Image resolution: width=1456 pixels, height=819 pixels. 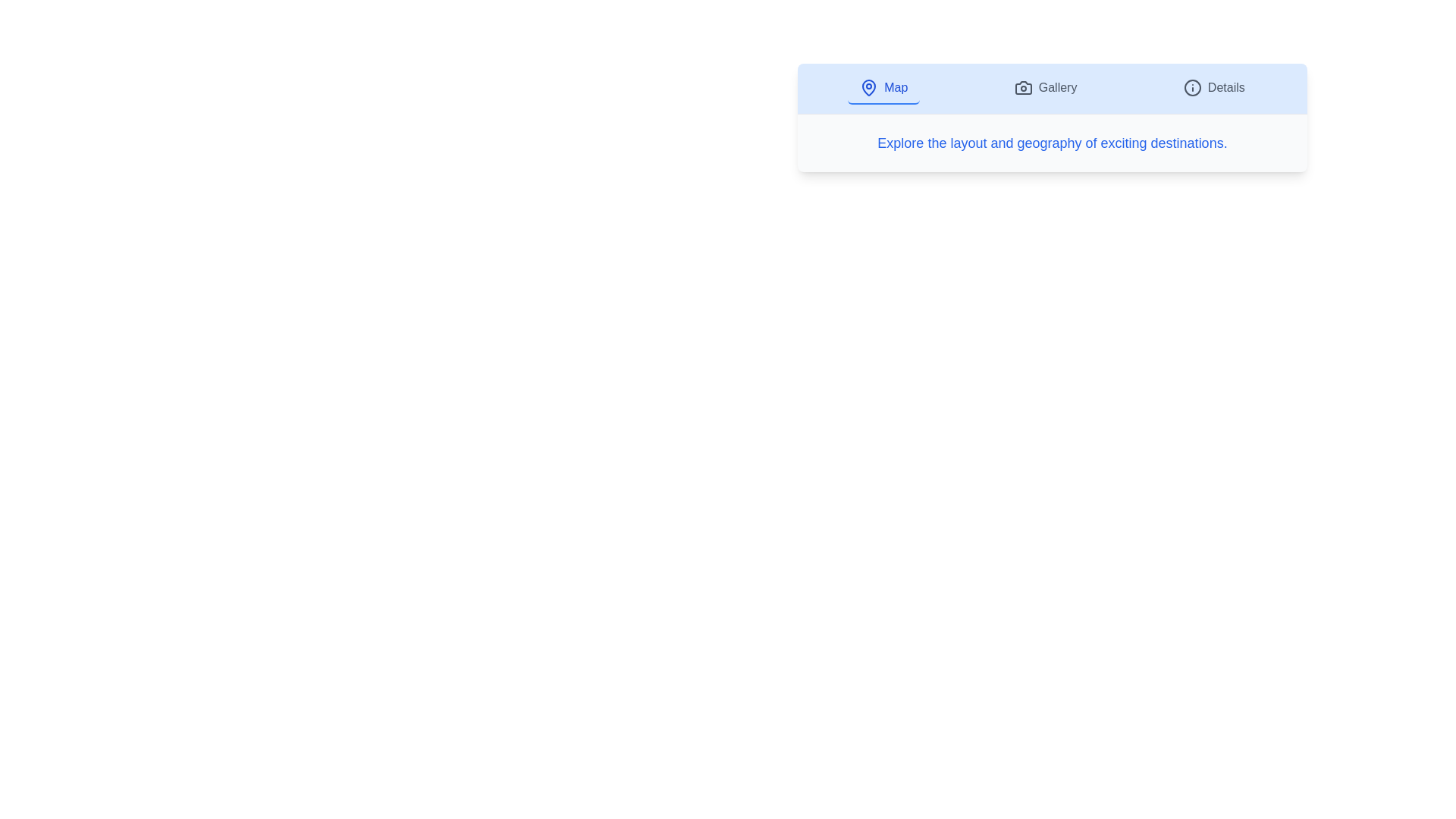 I want to click on the icon of the Details tab, so click(x=1191, y=87).